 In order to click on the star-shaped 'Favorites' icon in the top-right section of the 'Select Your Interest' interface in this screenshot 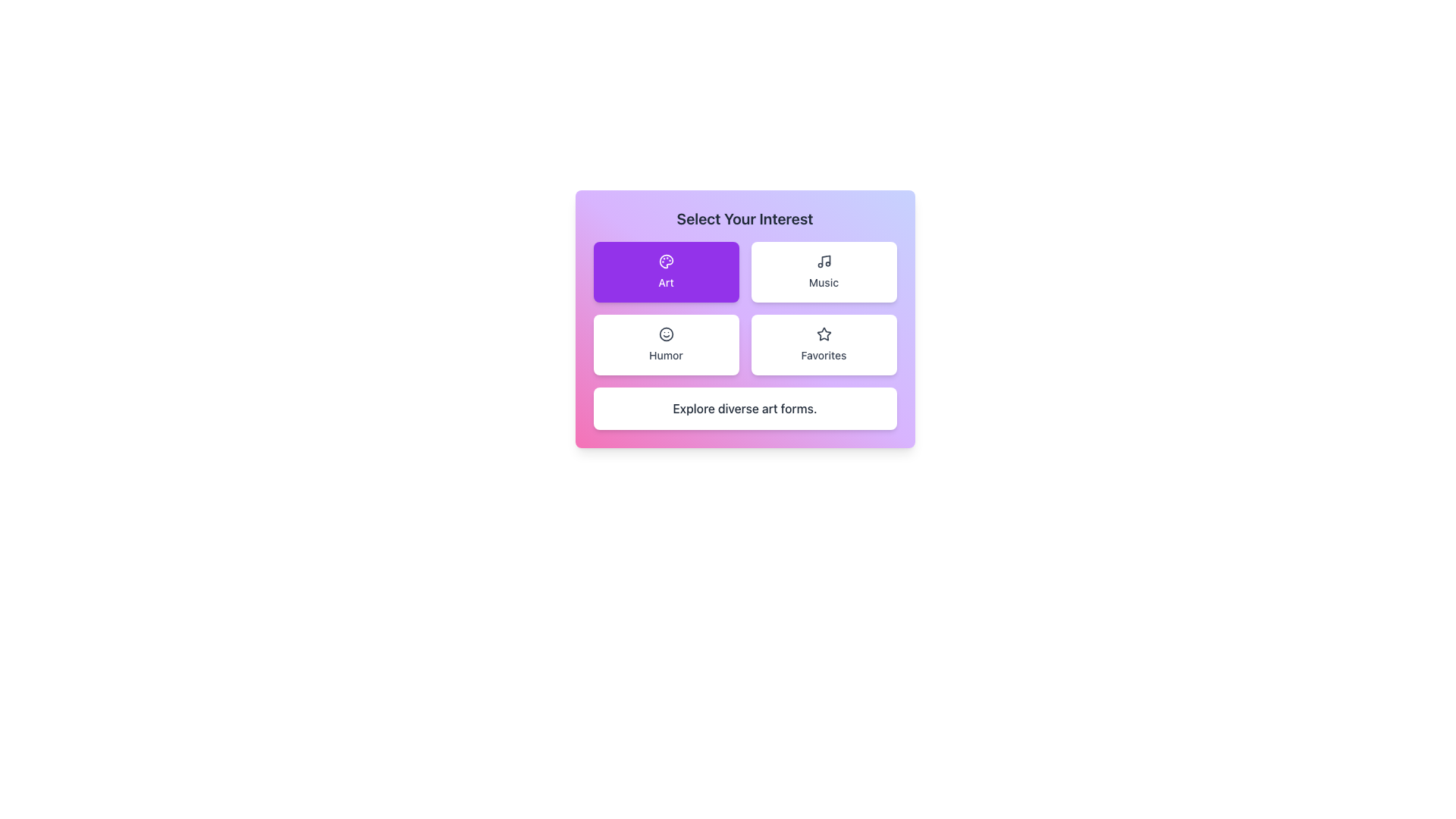, I will do `click(822, 332)`.